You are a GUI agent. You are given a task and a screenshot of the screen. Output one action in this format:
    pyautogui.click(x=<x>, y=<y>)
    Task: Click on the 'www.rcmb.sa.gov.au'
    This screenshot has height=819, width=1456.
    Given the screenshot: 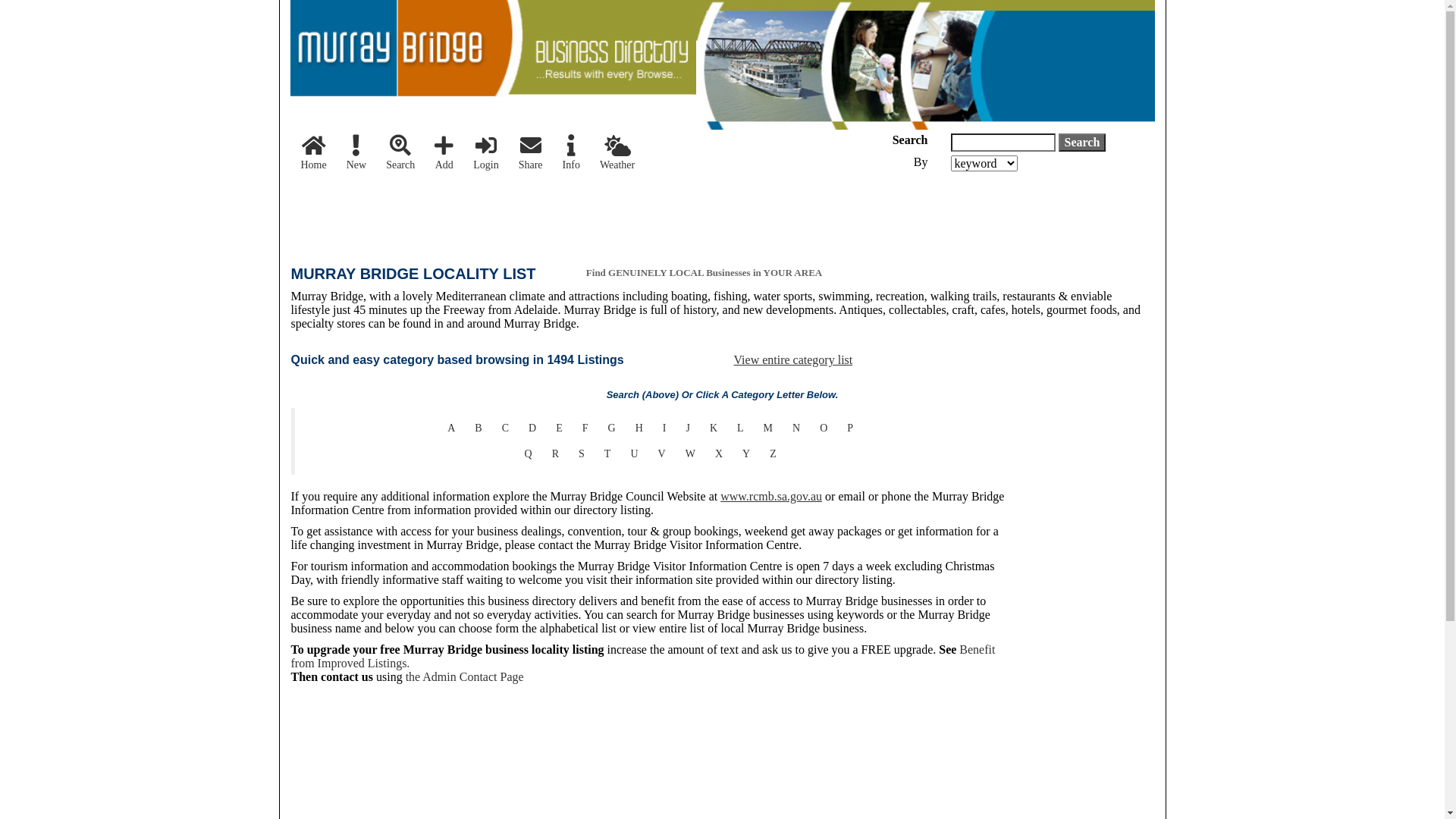 What is the action you would take?
    pyautogui.click(x=720, y=496)
    